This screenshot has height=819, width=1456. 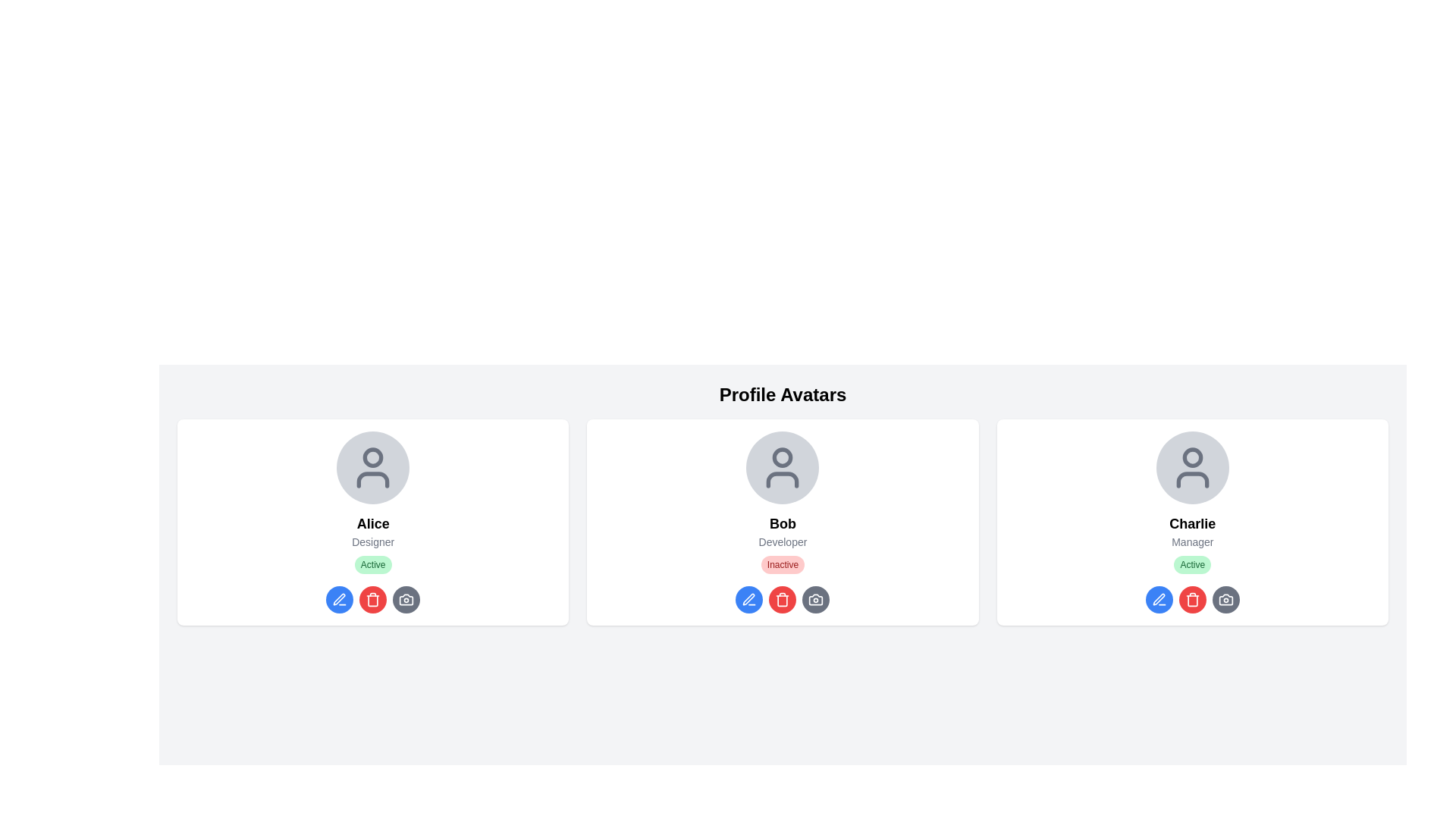 I want to click on text from the header element labeled 'Profile Avatars', which is styled in bold and located above the user profile cards, so click(x=783, y=394).